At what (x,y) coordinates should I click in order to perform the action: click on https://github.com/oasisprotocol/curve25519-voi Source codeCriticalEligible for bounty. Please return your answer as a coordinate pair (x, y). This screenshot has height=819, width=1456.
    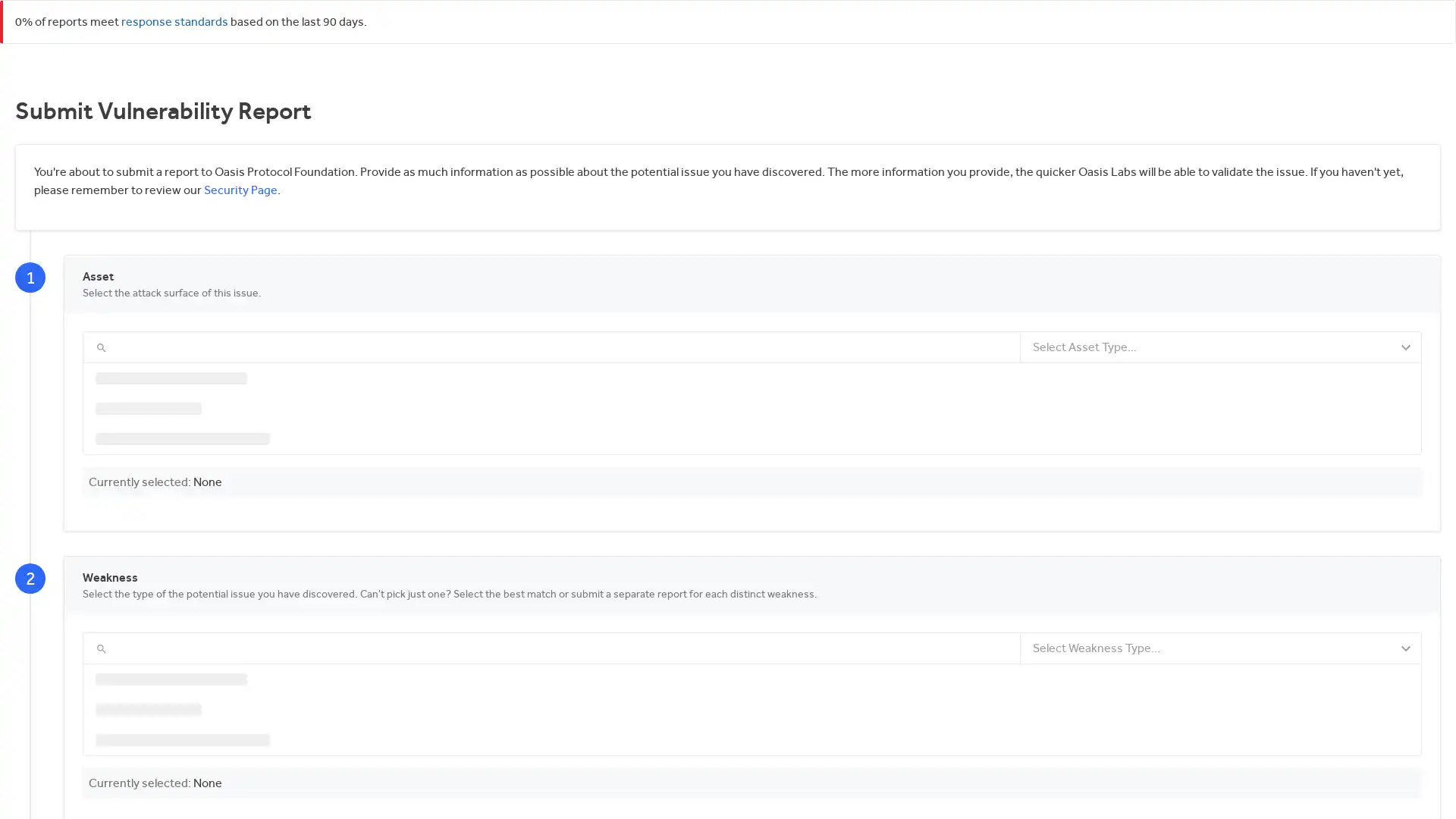
    Looking at the image, I should click on (752, 595).